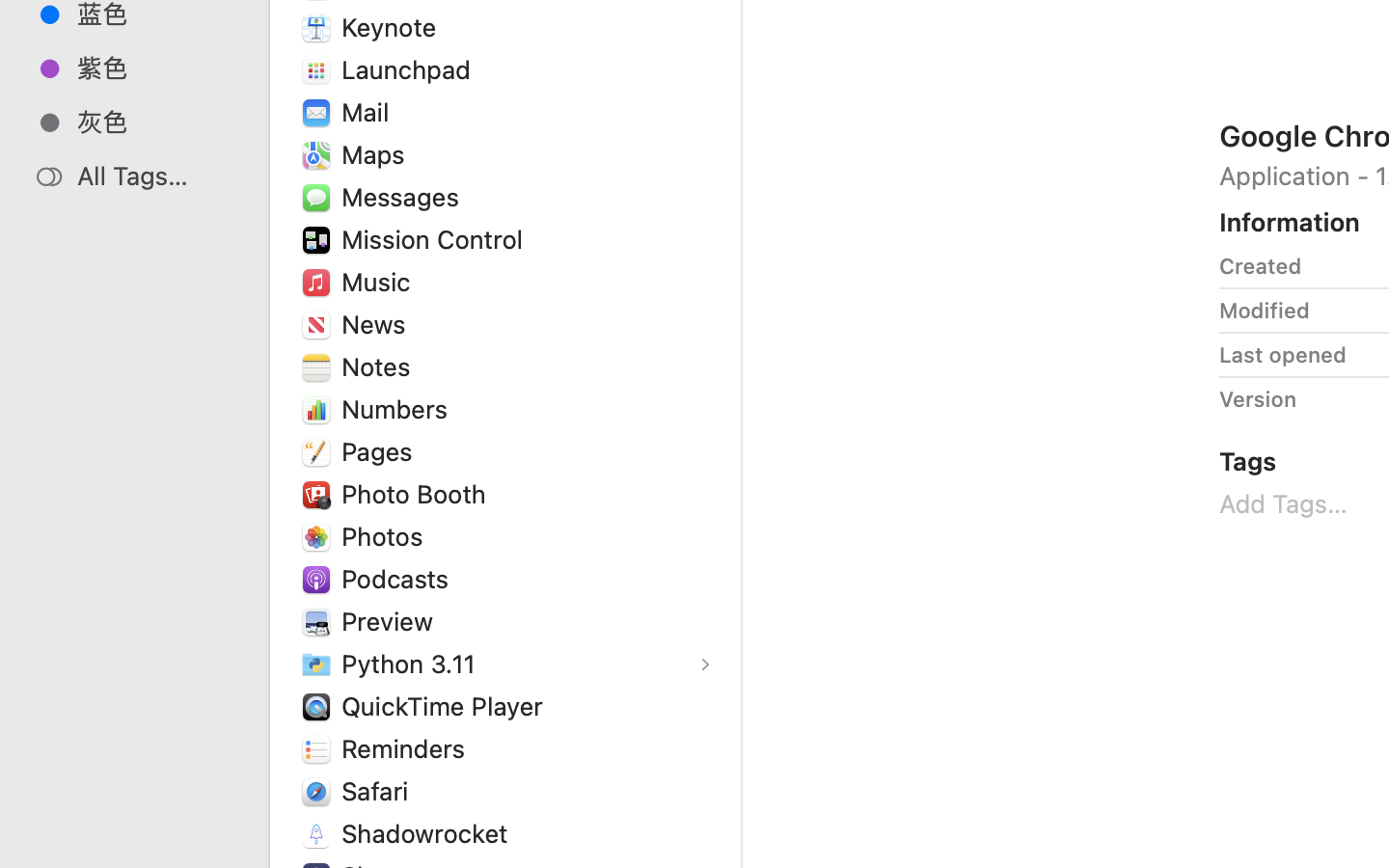  Describe the element at coordinates (1258, 399) in the screenshot. I see `'Version'` at that location.